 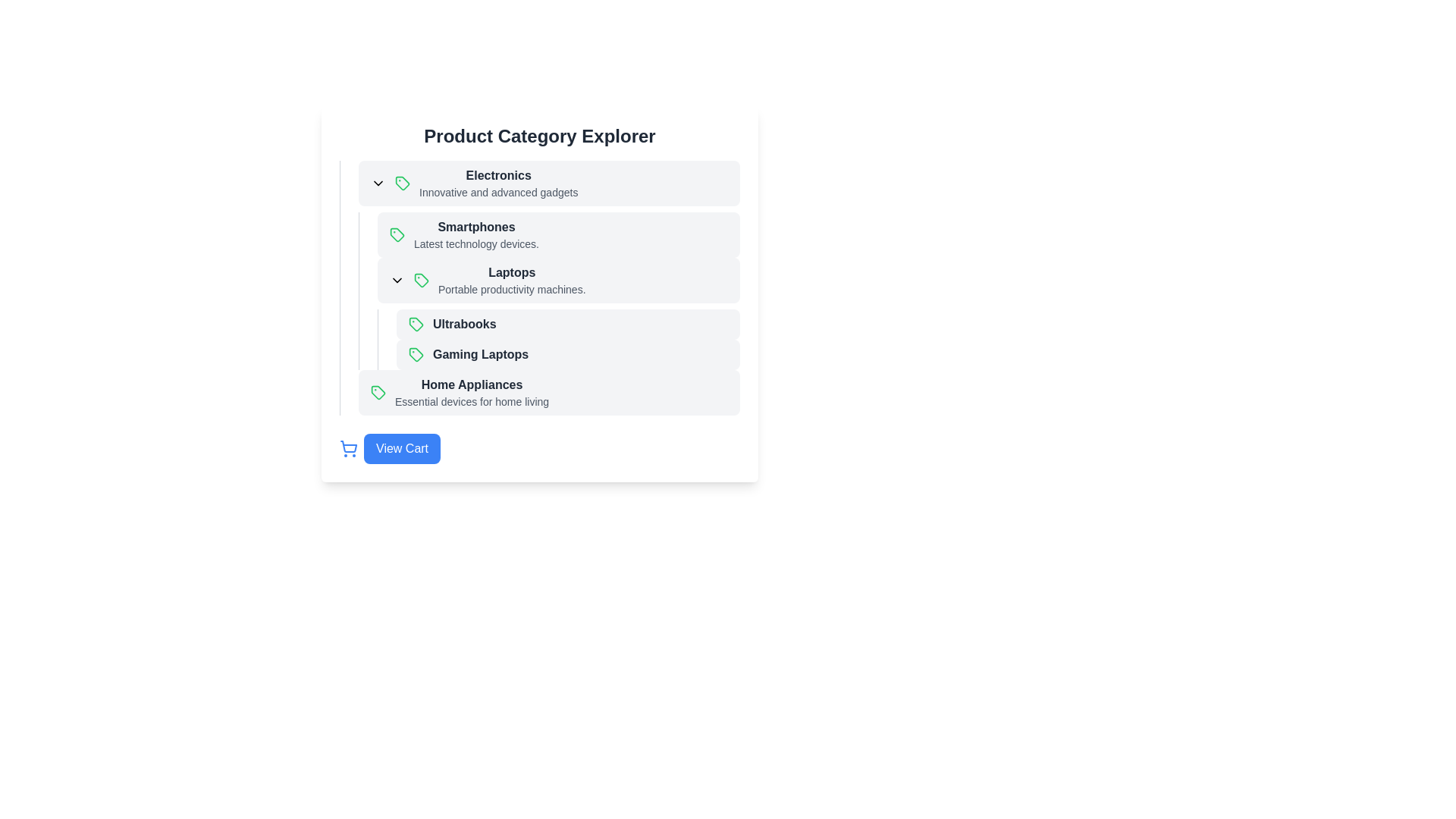 What do you see at coordinates (416, 324) in the screenshot?
I see `the icon that signifies the category or tag related to 'Ultrabooks', which is the first graphical element to the left of the text 'Ultrabooks'` at bounding box center [416, 324].